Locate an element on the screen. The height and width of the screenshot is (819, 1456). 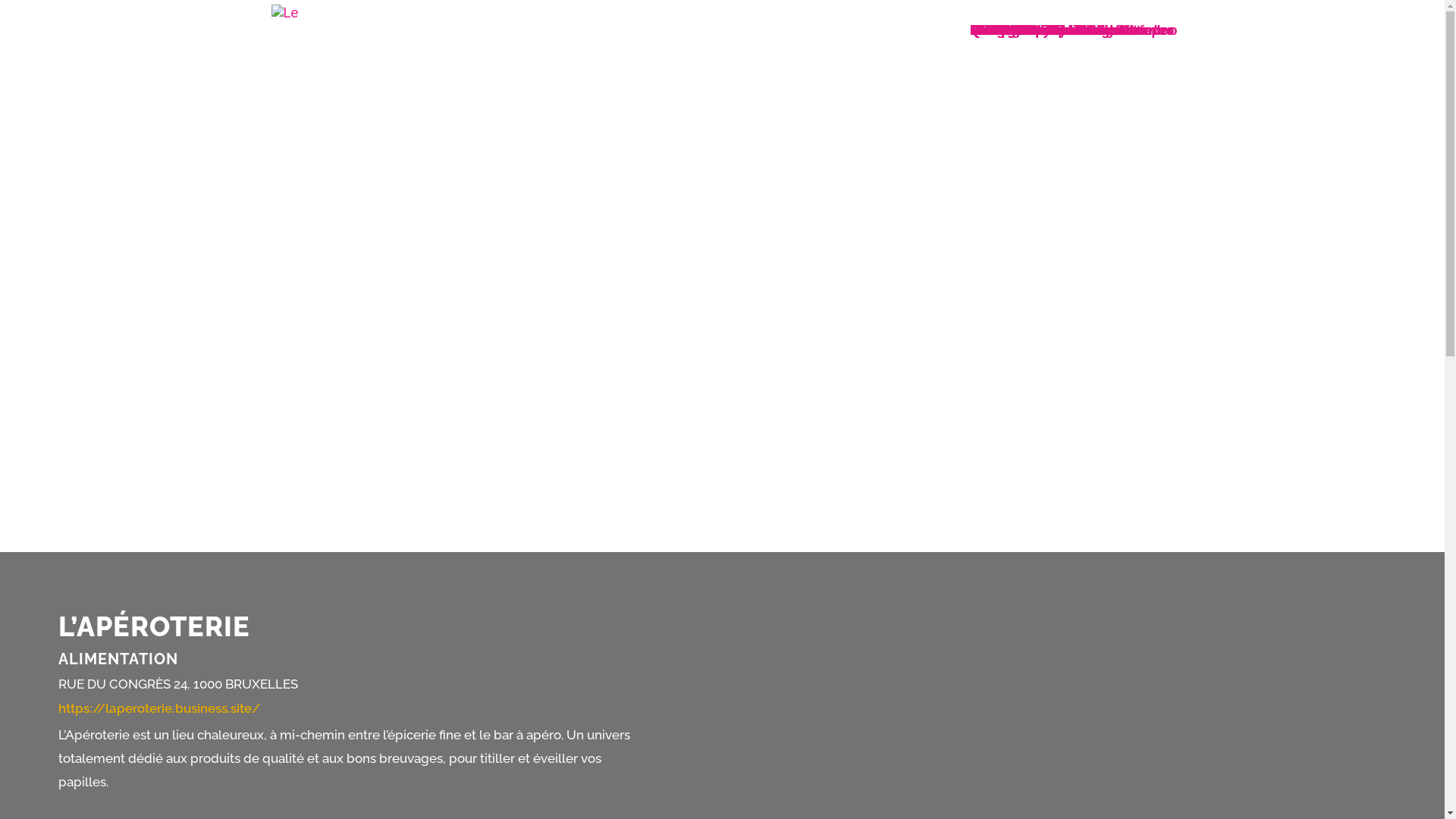
'Rue de Namur - Bd de Waterloo' is located at coordinates (1071, 30).